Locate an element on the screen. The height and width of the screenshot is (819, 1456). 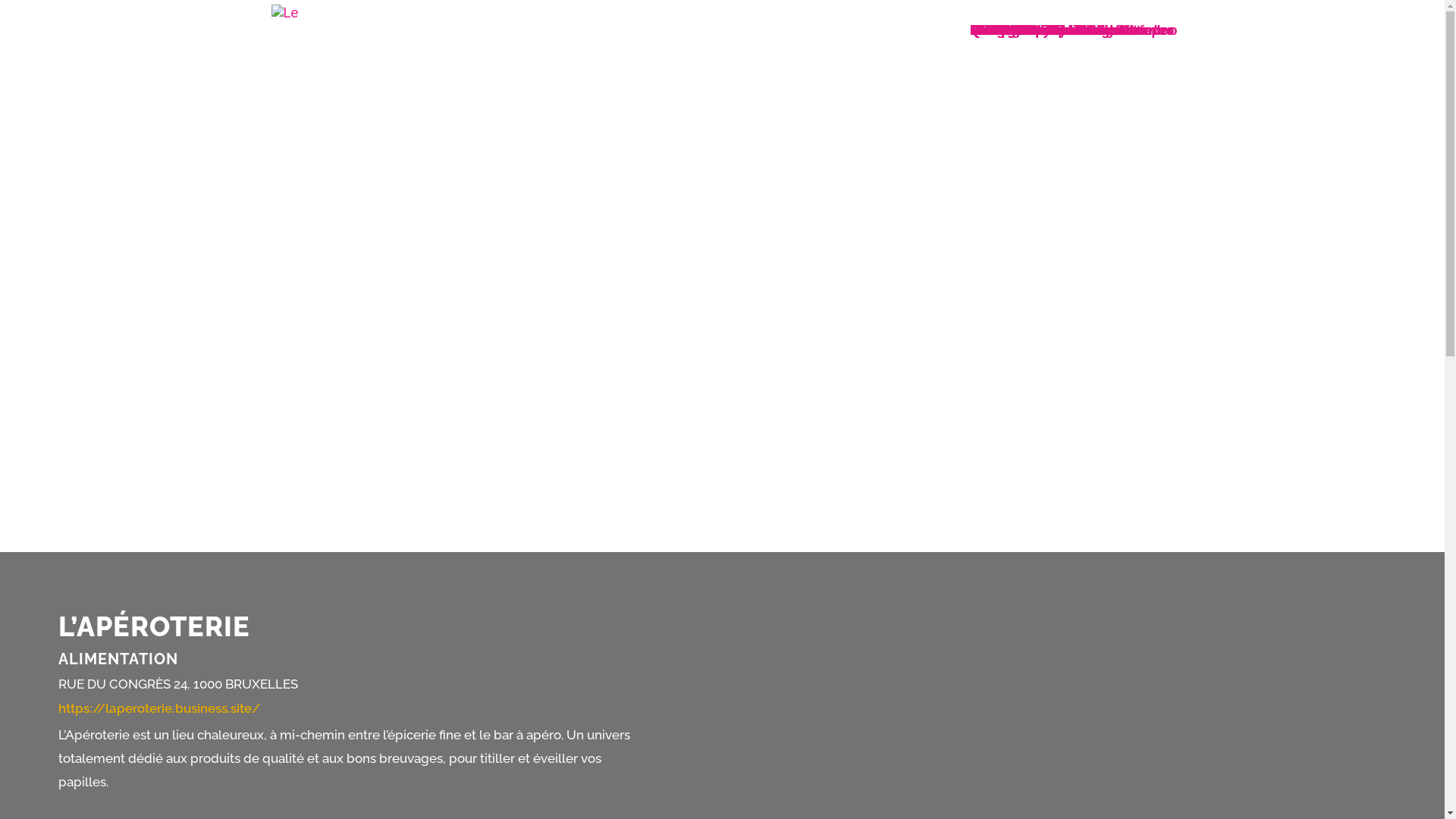
'Rue de Namur - Bd de Waterloo' is located at coordinates (1071, 30).